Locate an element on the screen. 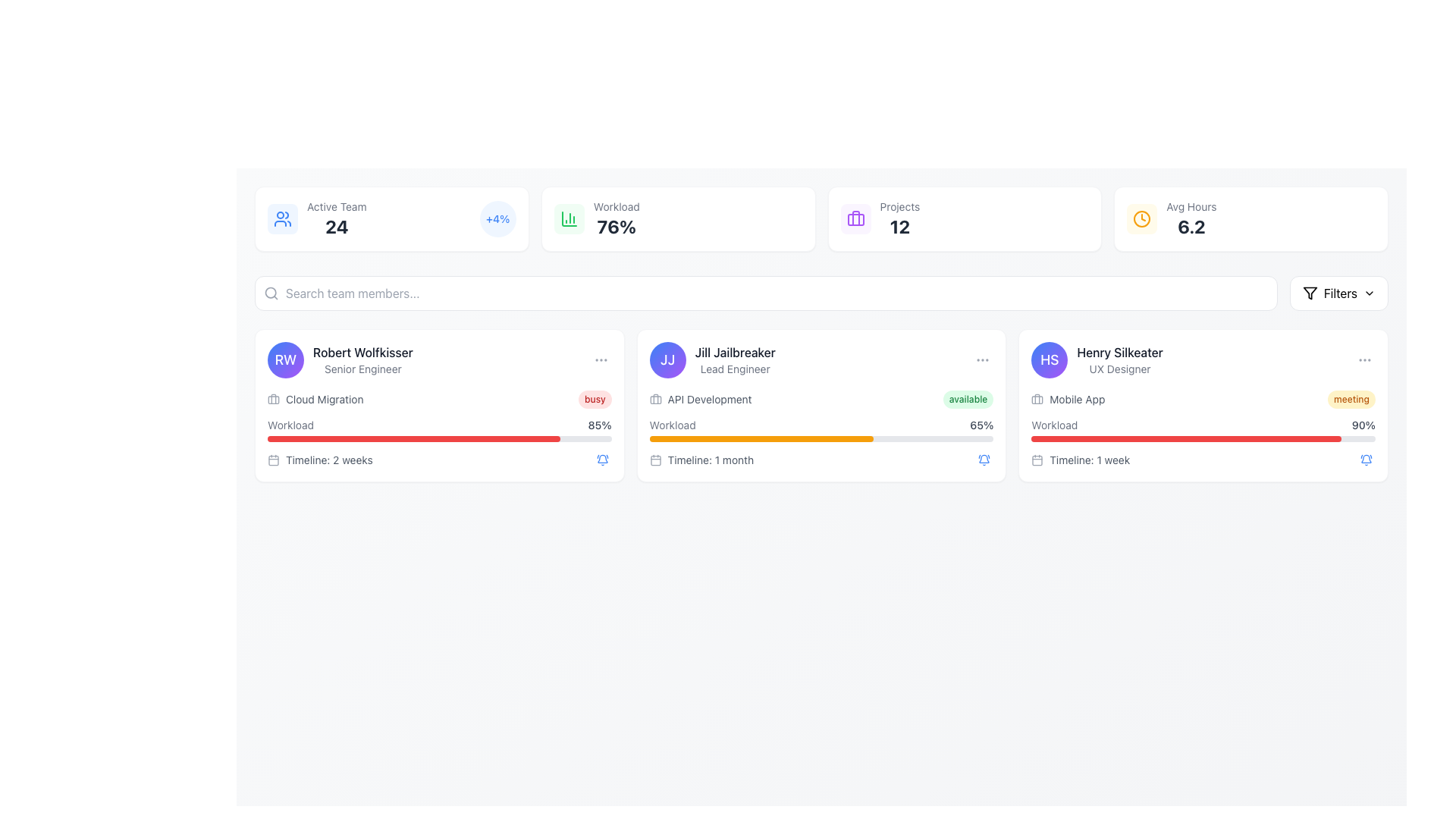  the rounded rectangle icon with a briefcase in purple, located within the 'Projects' section in the upper panel of the interface is located at coordinates (855, 219).